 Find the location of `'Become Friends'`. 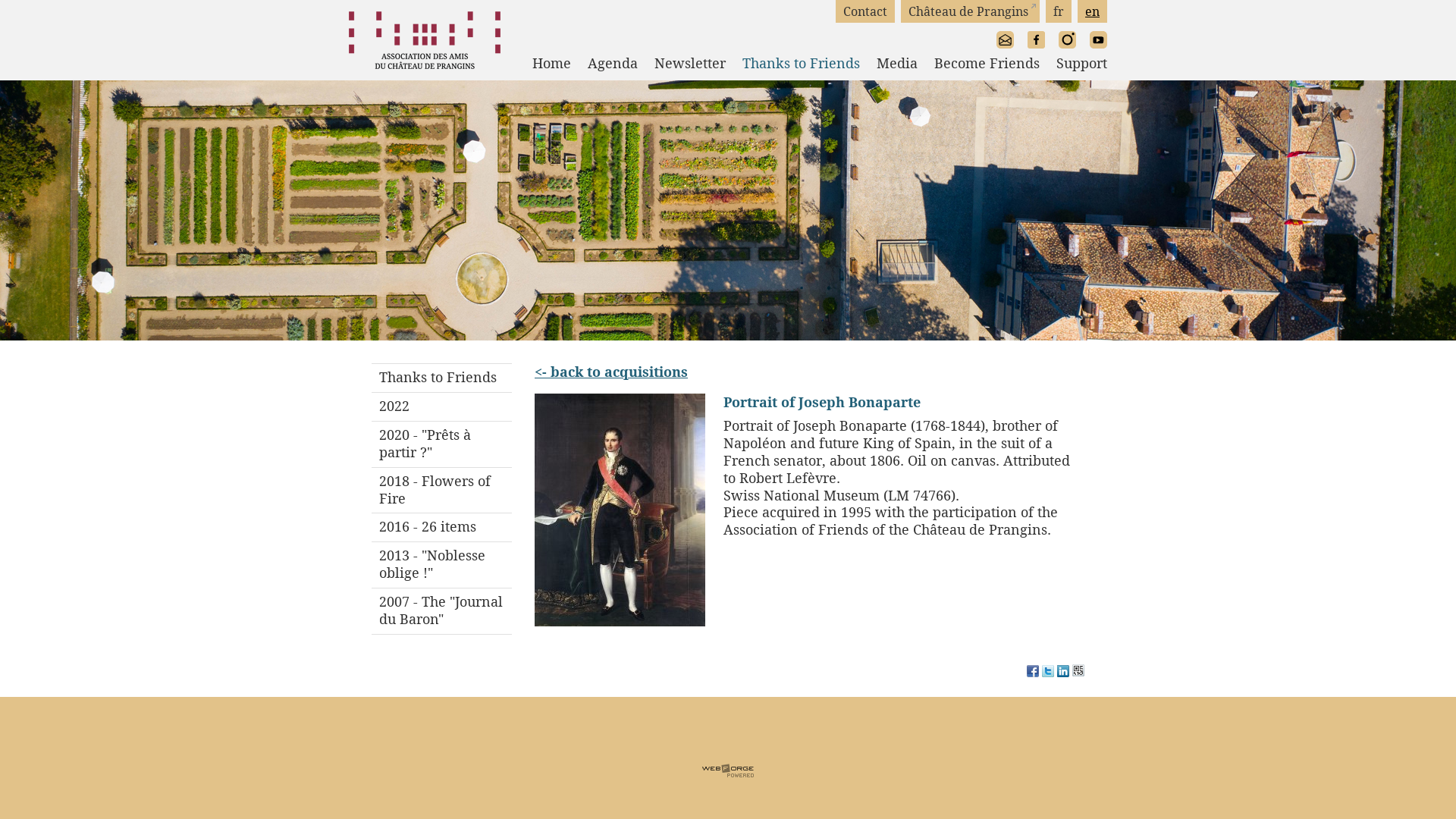

'Become Friends' is located at coordinates (916, 63).